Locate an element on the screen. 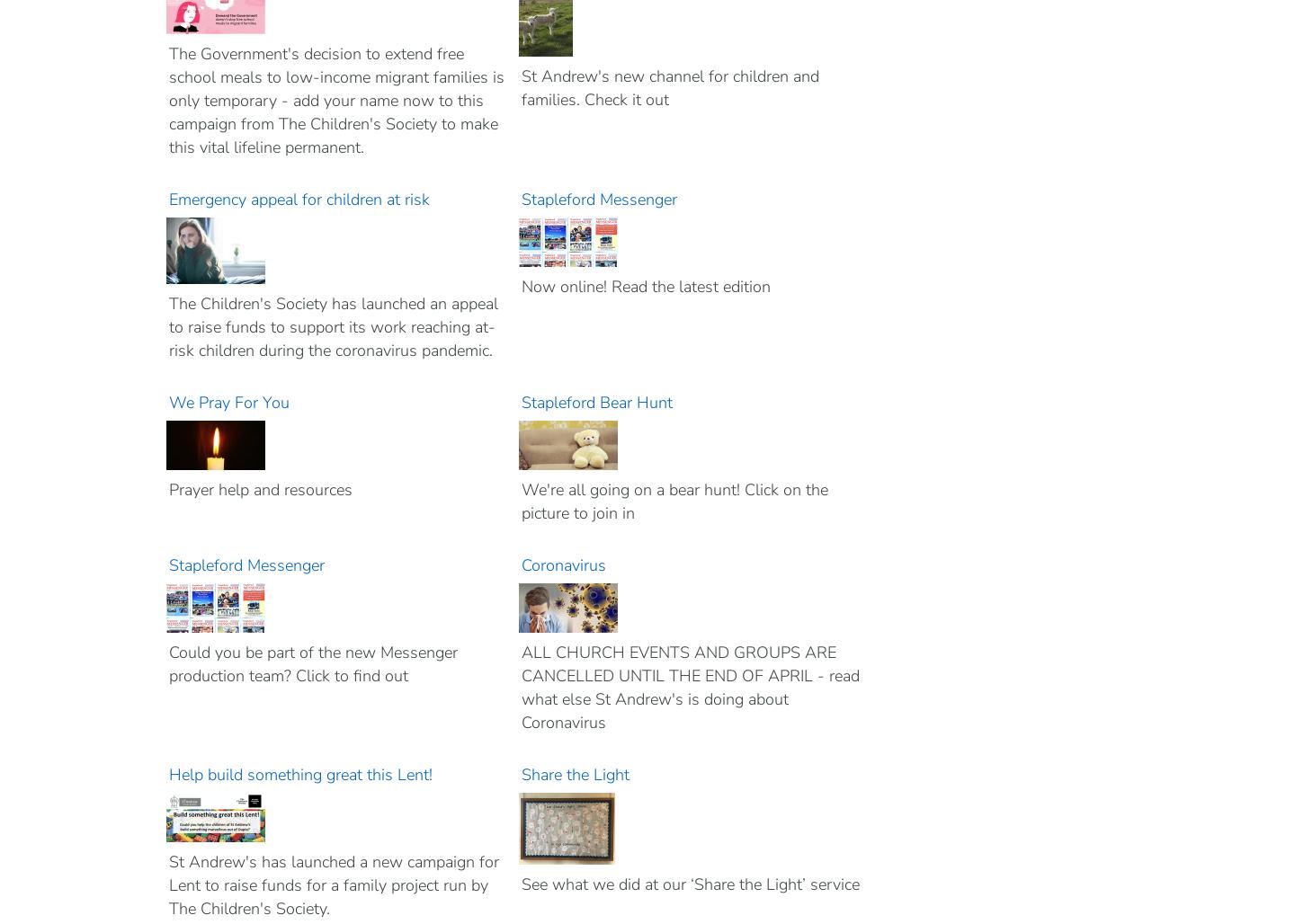 The height and width of the screenshot is (924, 1295). 'Emergency appeal for children at risk' is located at coordinates (299, 199).